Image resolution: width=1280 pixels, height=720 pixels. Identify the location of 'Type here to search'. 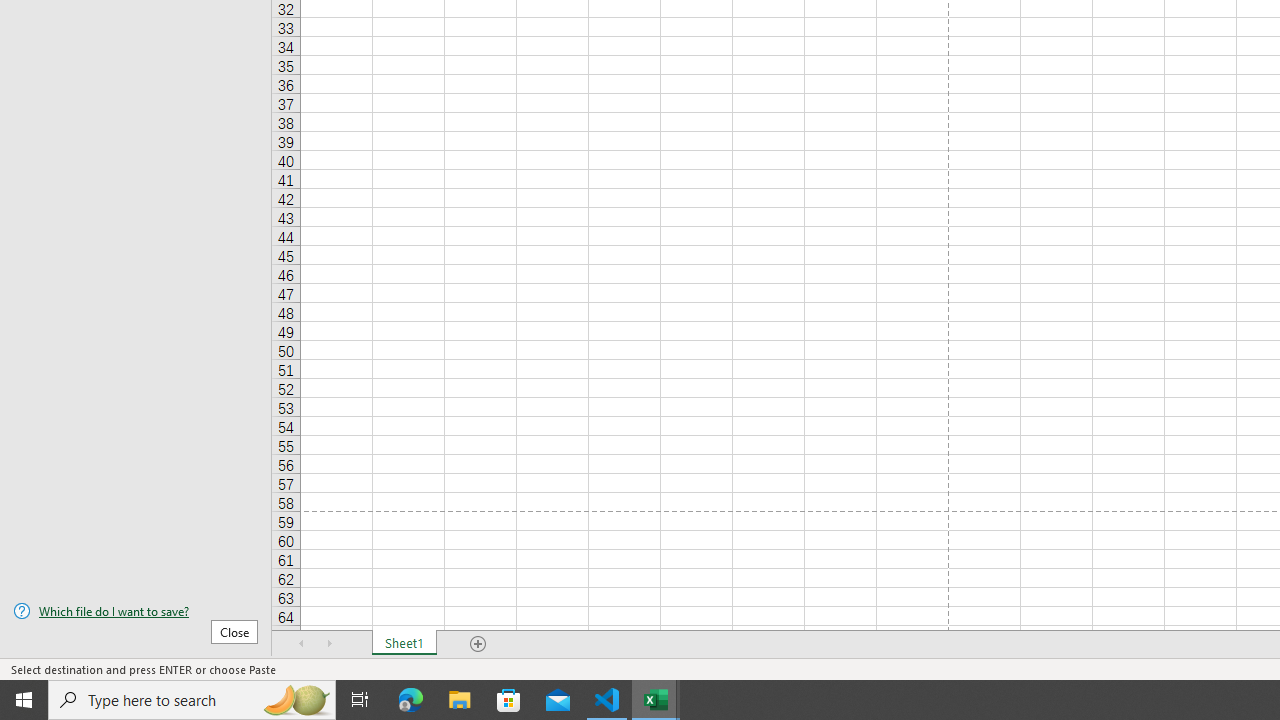
(192, 698).